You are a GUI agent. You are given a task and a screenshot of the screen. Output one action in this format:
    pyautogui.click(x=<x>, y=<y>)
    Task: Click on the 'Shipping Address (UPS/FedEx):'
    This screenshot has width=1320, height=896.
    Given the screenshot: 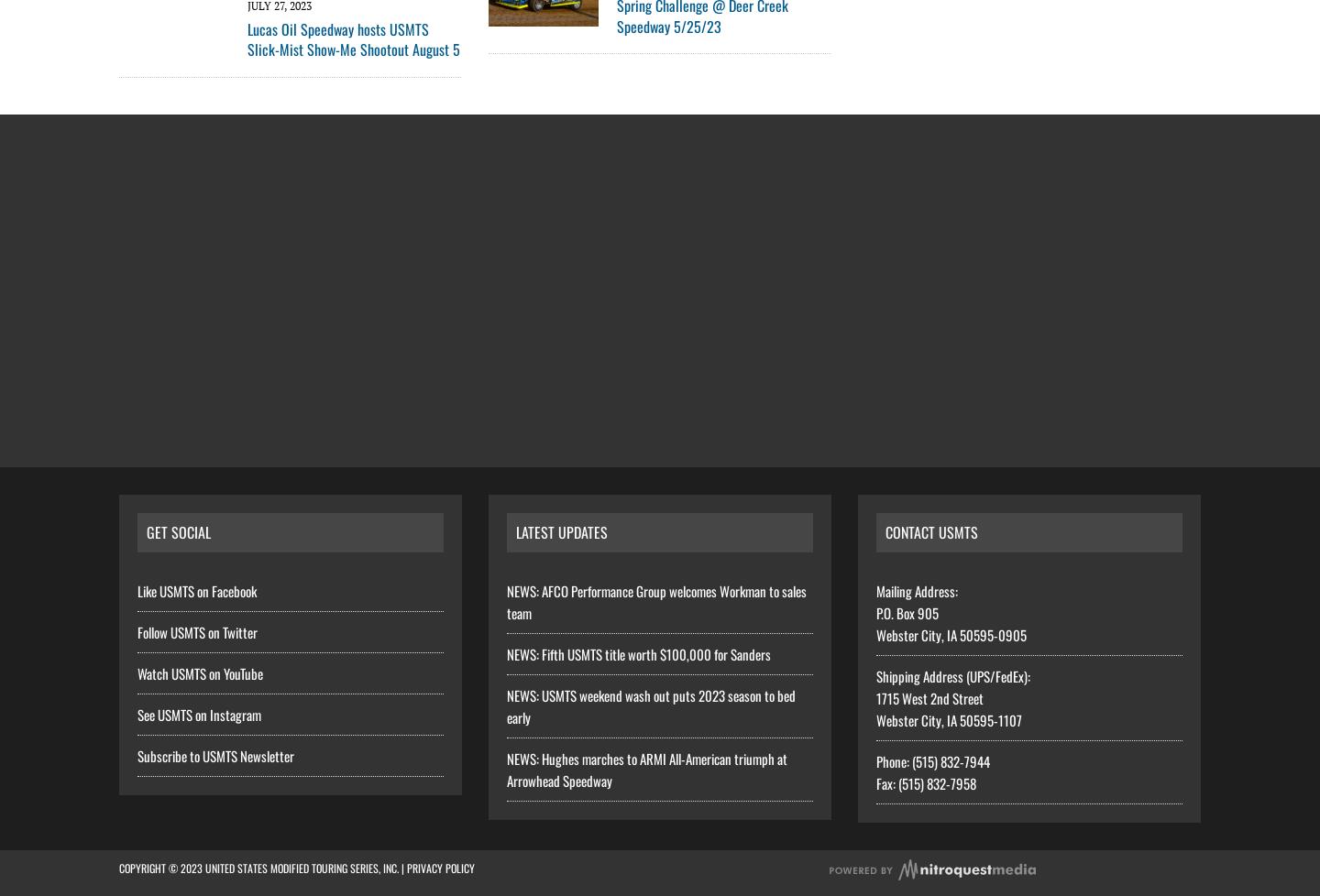 What is the action you would take?
    pyautogui.click(x=876, y=674)
    